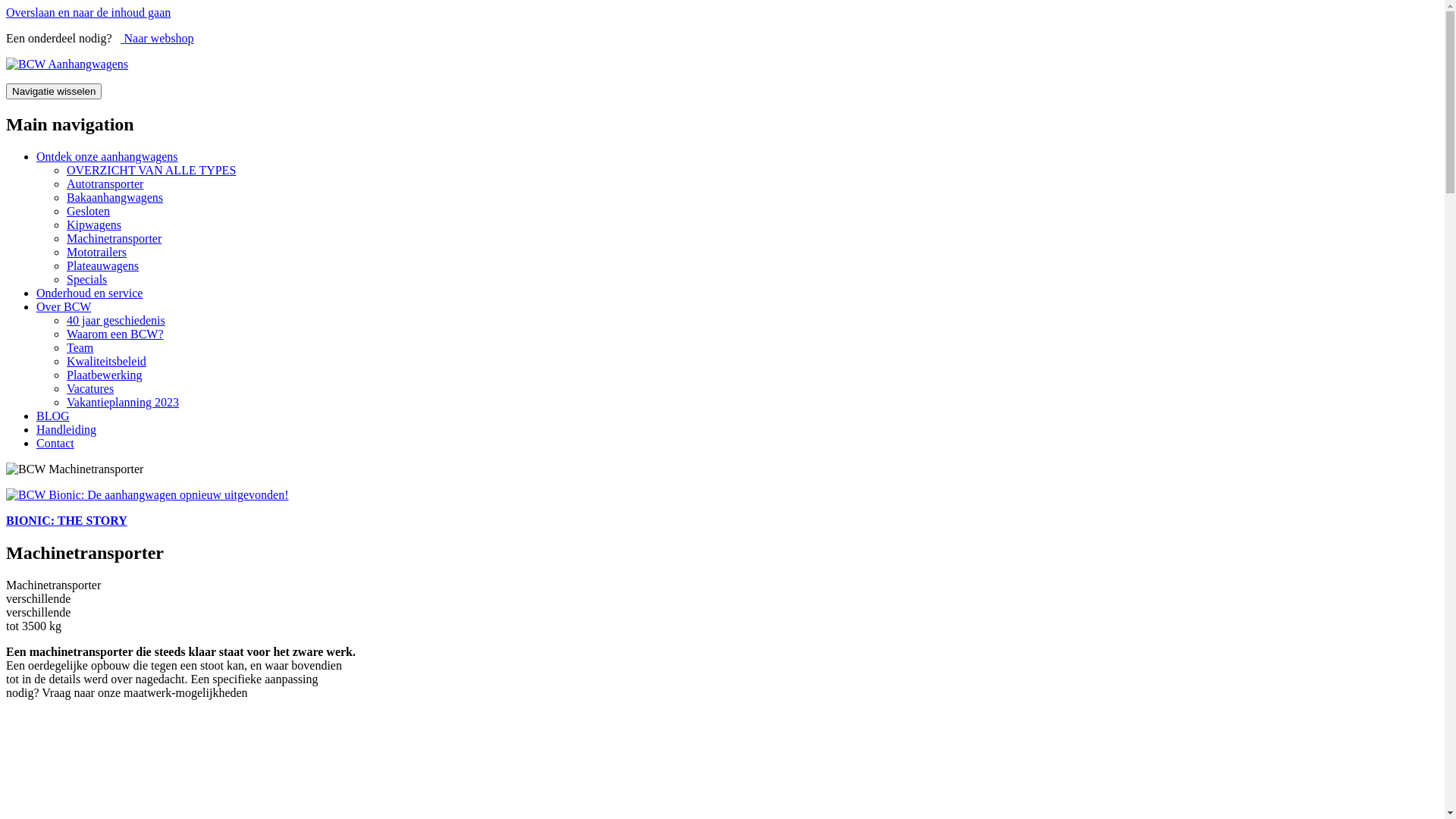 Image resolution: width=1456 pixels, height=819 pixels. I want to click on 'Navigatie wisselen', so click(54, 91).